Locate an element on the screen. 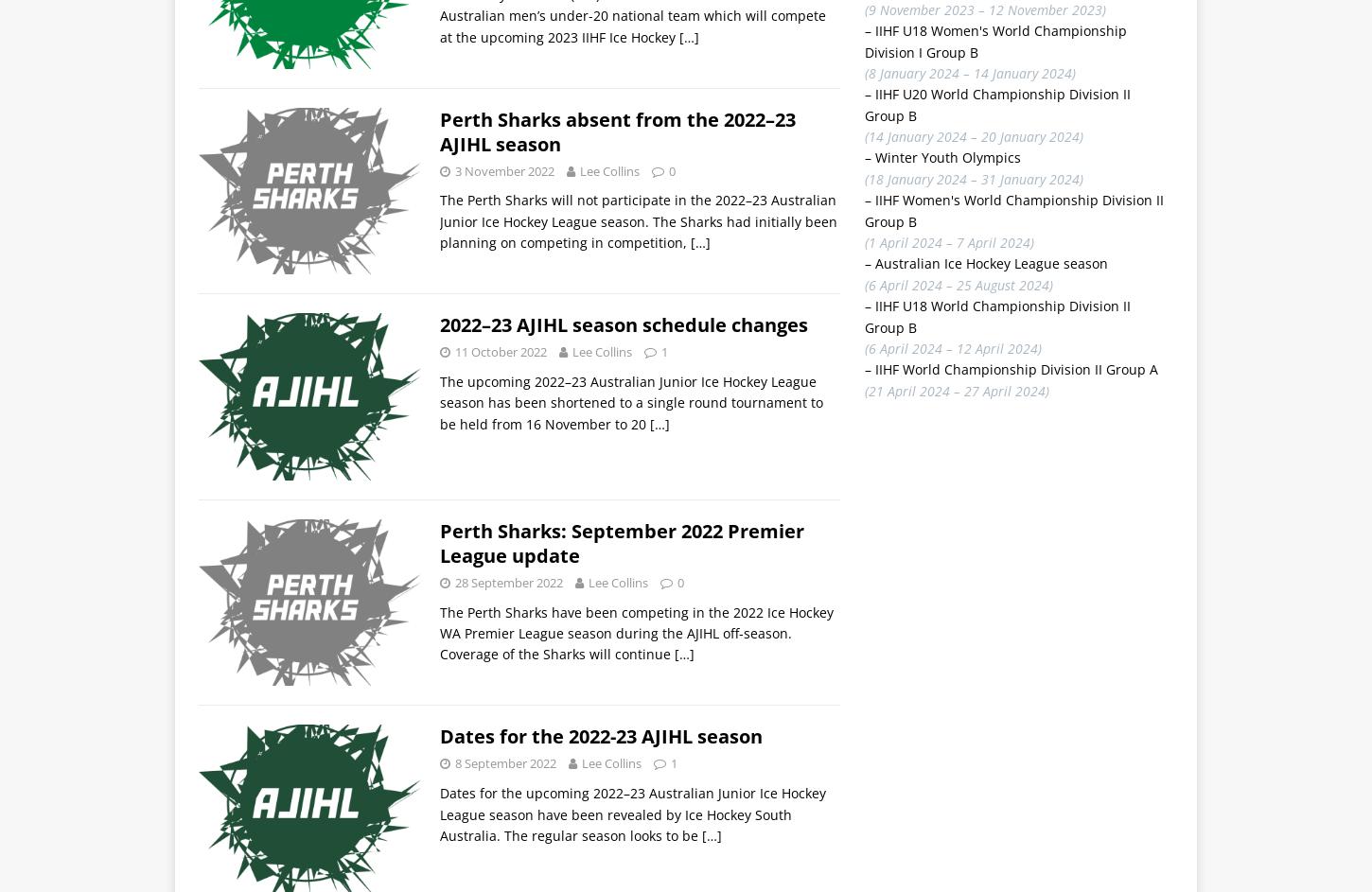  'Winter Youth Olympics' is located at coordinates (946, 156).